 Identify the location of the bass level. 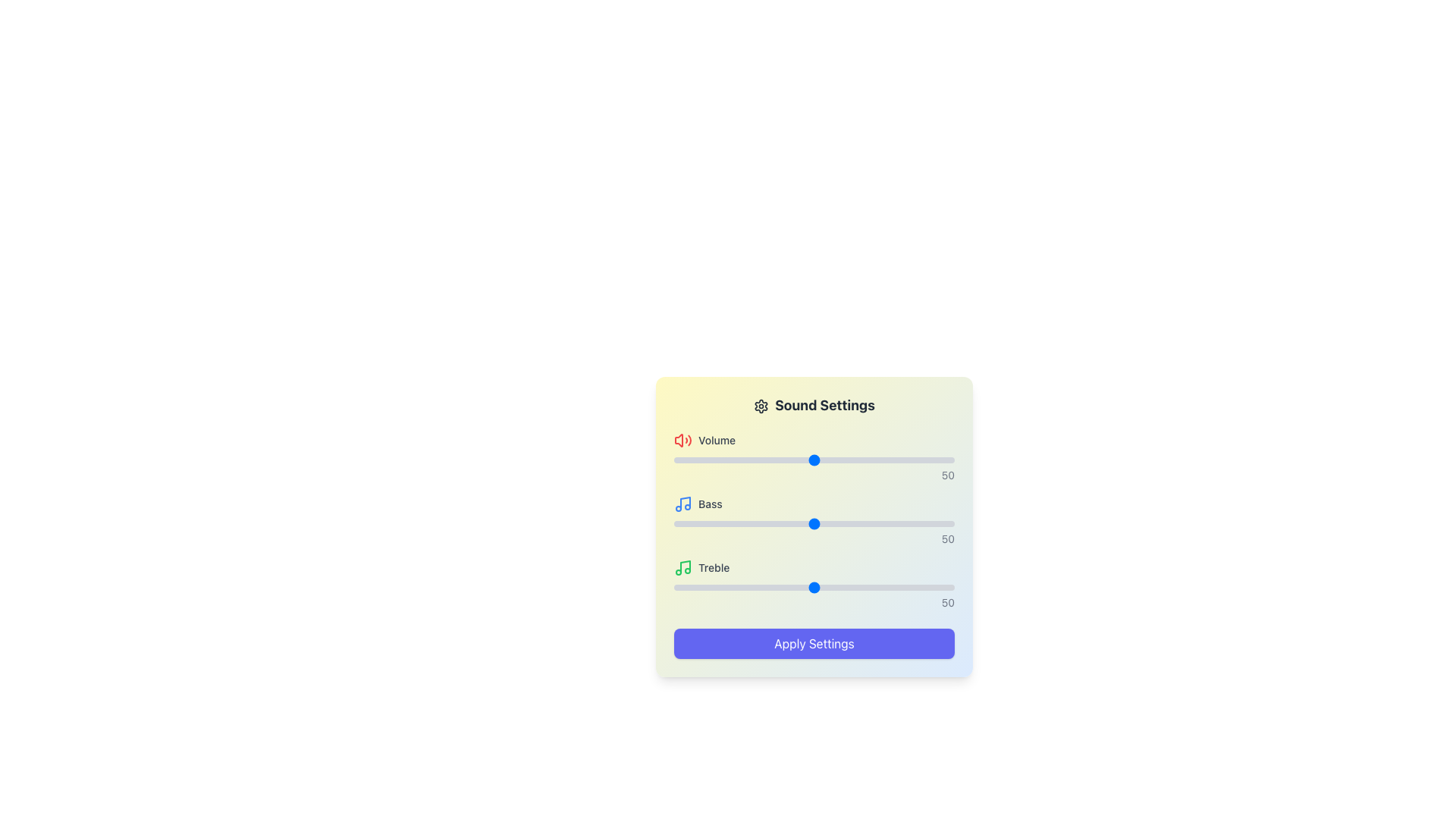
(836, 522).